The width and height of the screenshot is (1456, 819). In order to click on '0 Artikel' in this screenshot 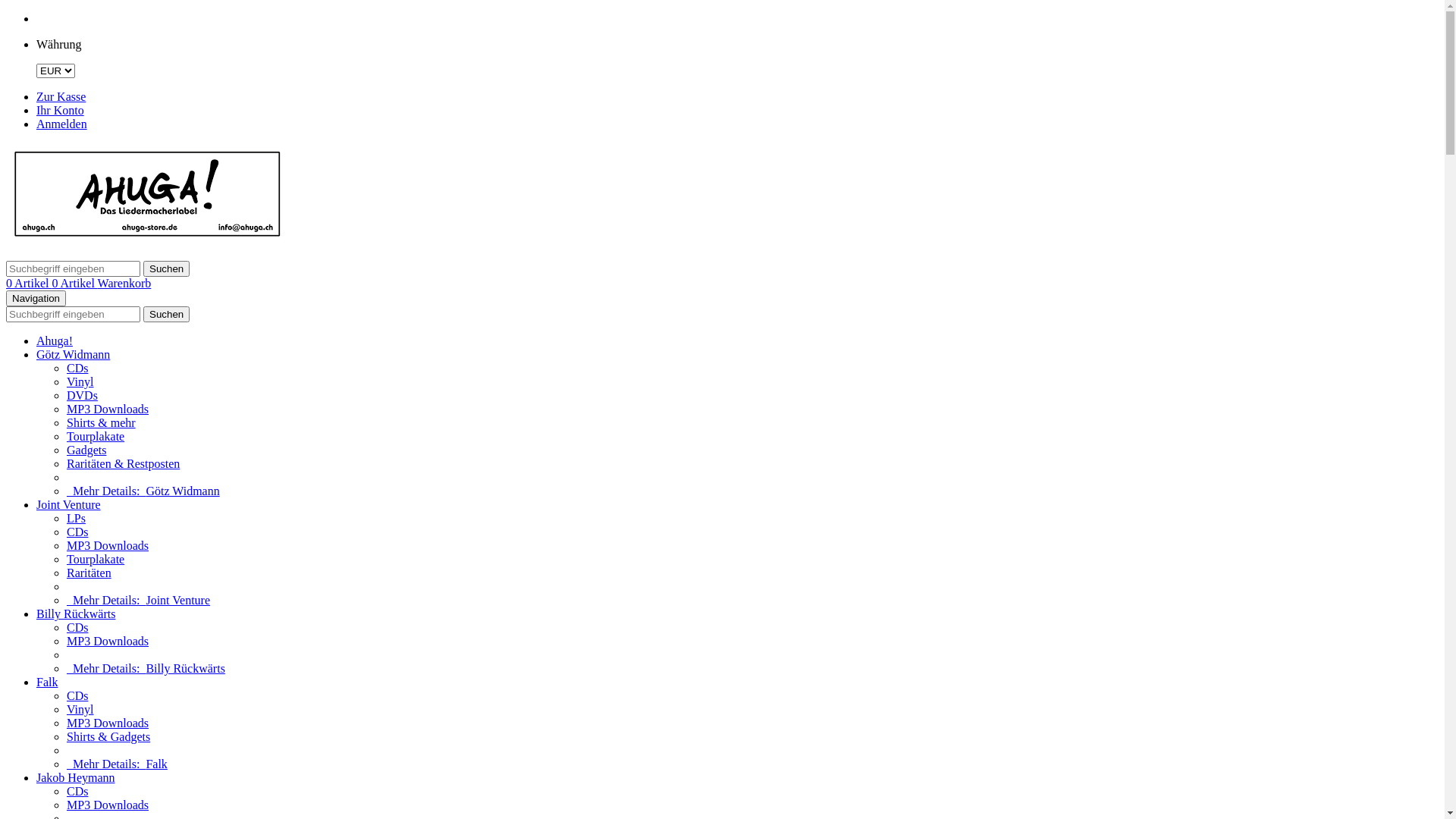, I will do `click(29, 283)`.